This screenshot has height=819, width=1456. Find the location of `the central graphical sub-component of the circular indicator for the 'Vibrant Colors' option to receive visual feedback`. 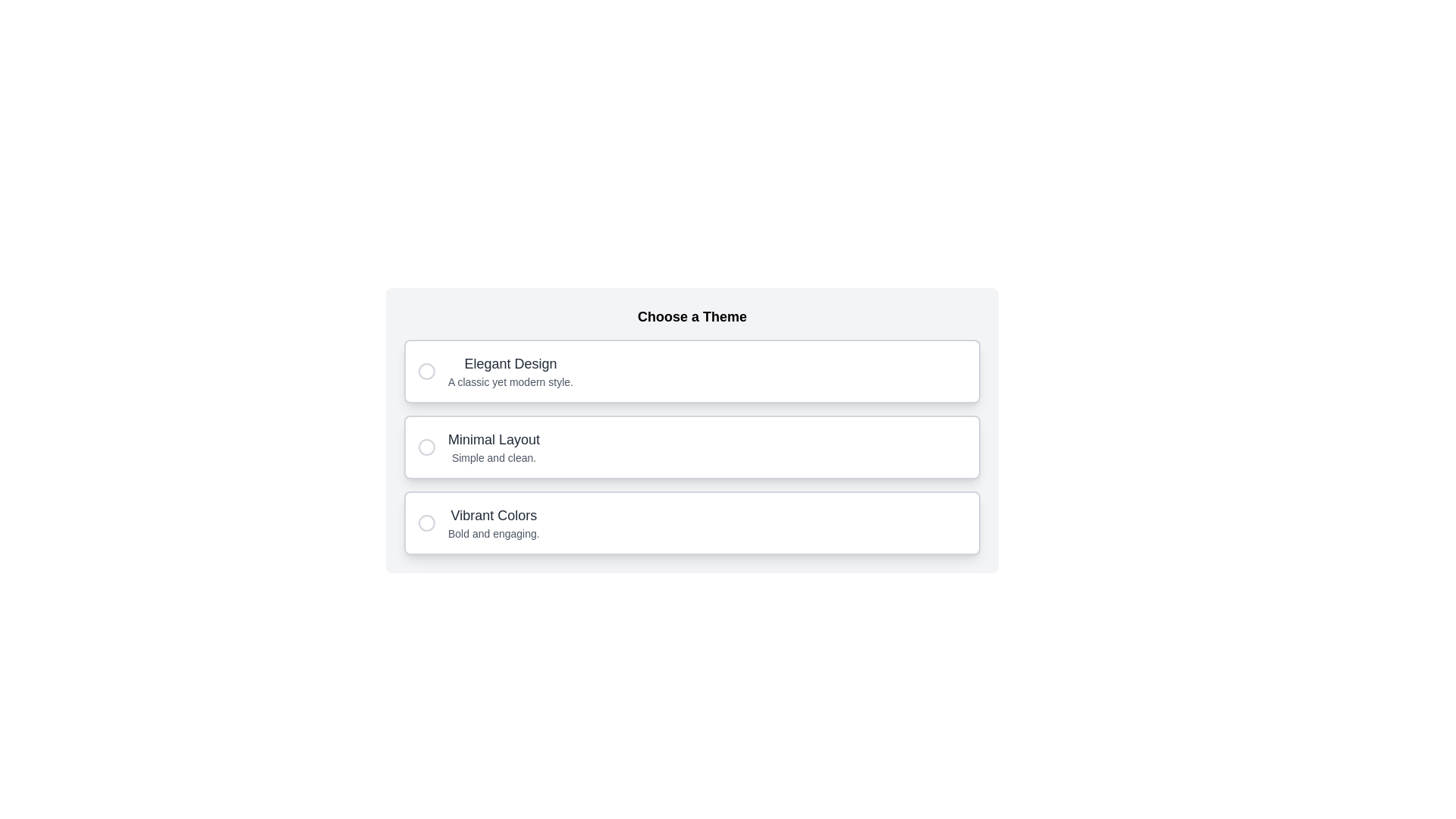

the central graphical sub-component of the circular indicator for the 'Vibrant Colors' option to receive visual feedback is located at coordinates (425, 522).